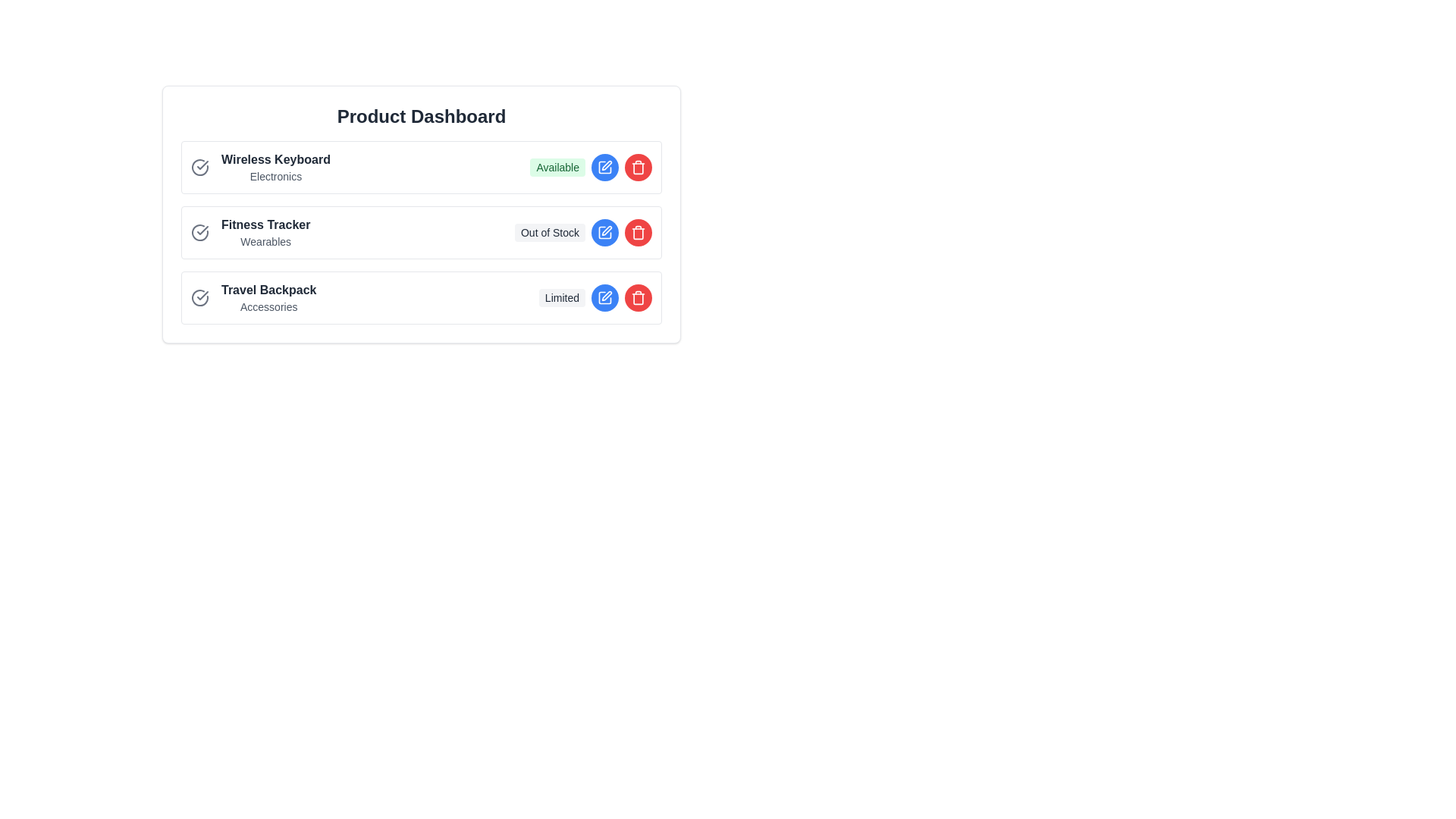 The width and height of the screenshot is (1456, 819). I want to click on the delete button for the product Wireless Keyboard, so click(638, 167).